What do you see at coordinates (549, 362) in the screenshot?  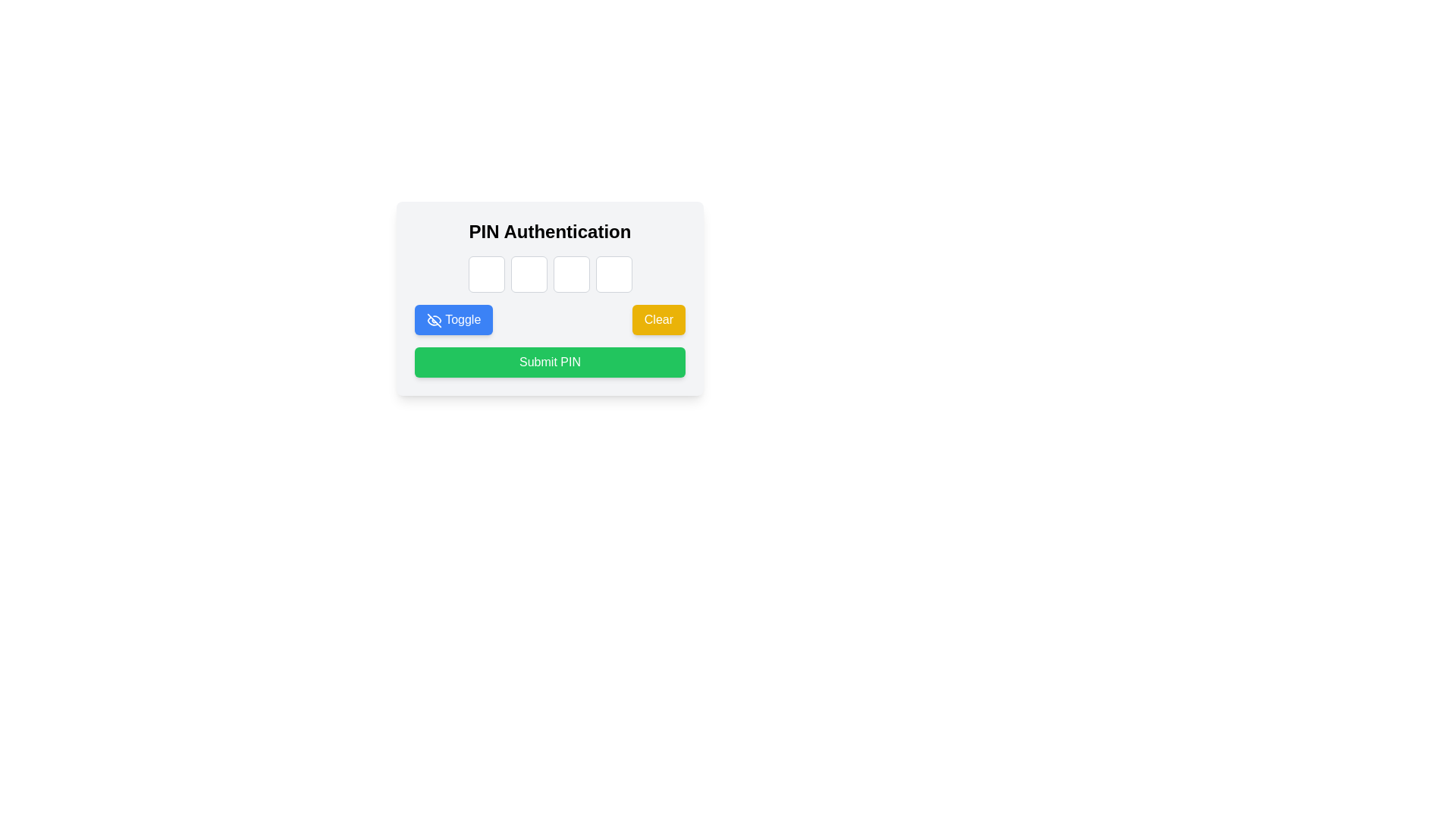 I see `the submit button located below the PIN input fields` at bounding box center [549, 362].